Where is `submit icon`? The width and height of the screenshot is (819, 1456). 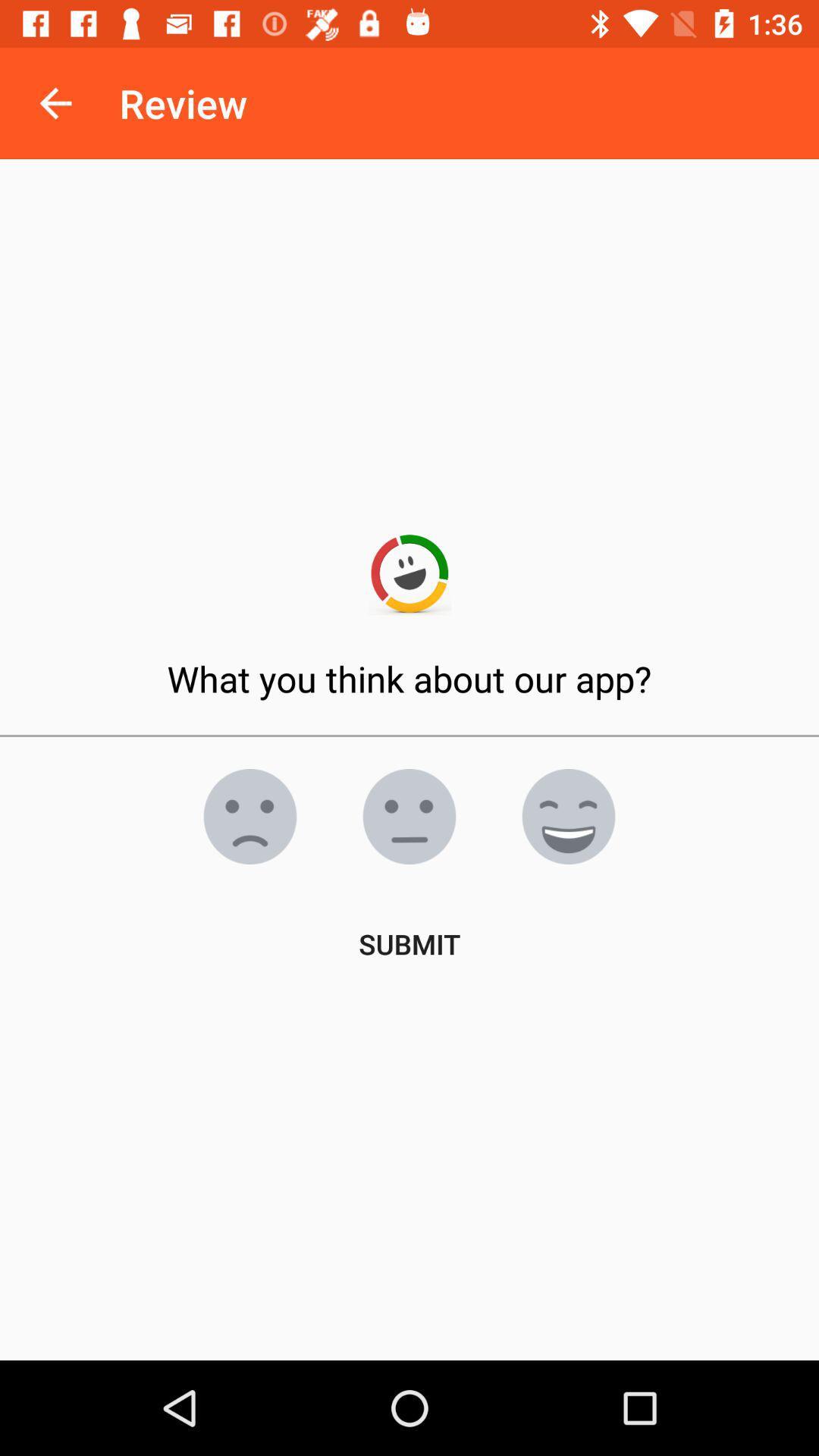
submit icon is located at coordinates (409, 943).